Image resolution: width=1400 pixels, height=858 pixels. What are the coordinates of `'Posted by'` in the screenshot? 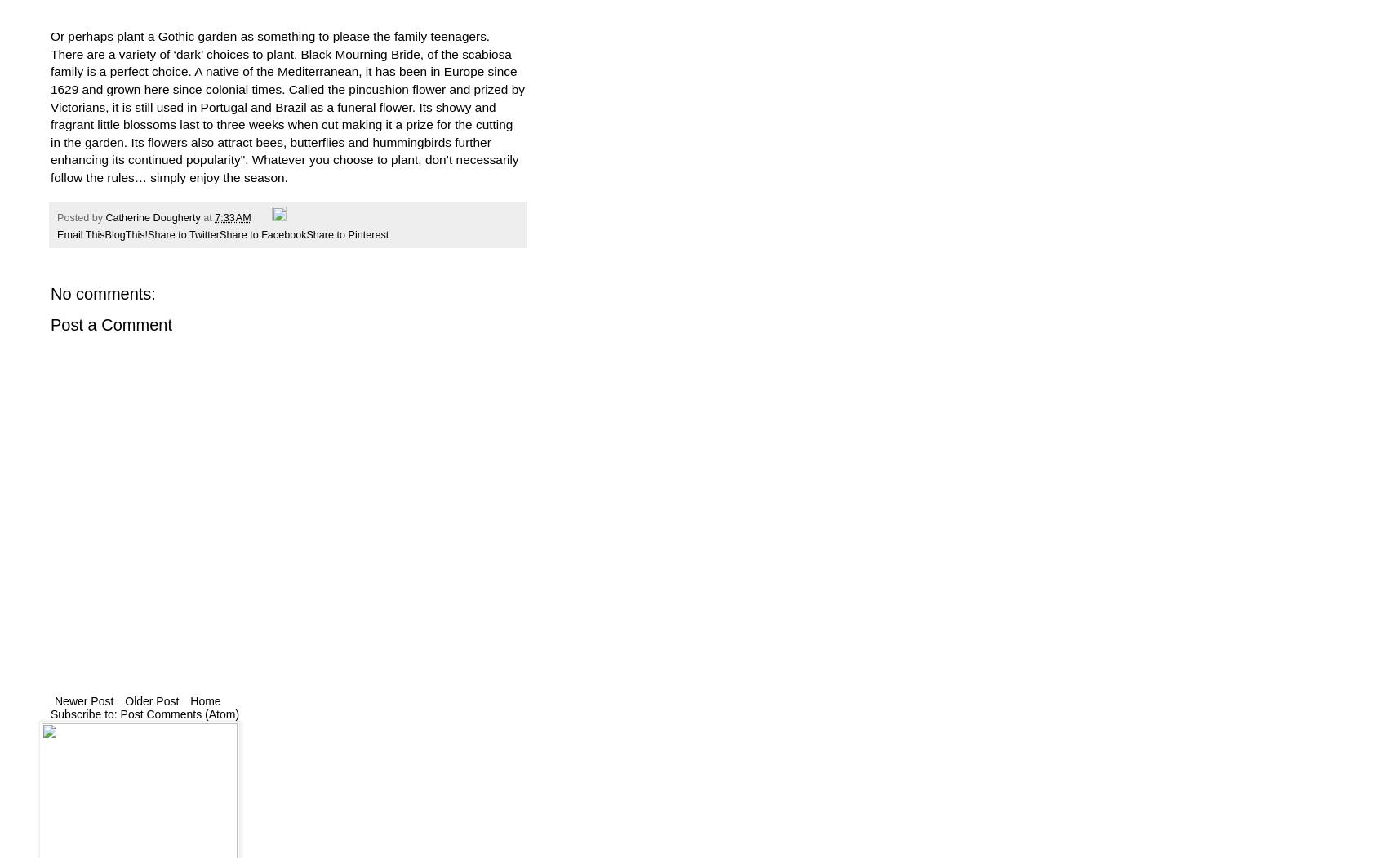 It's located at (80, 217).